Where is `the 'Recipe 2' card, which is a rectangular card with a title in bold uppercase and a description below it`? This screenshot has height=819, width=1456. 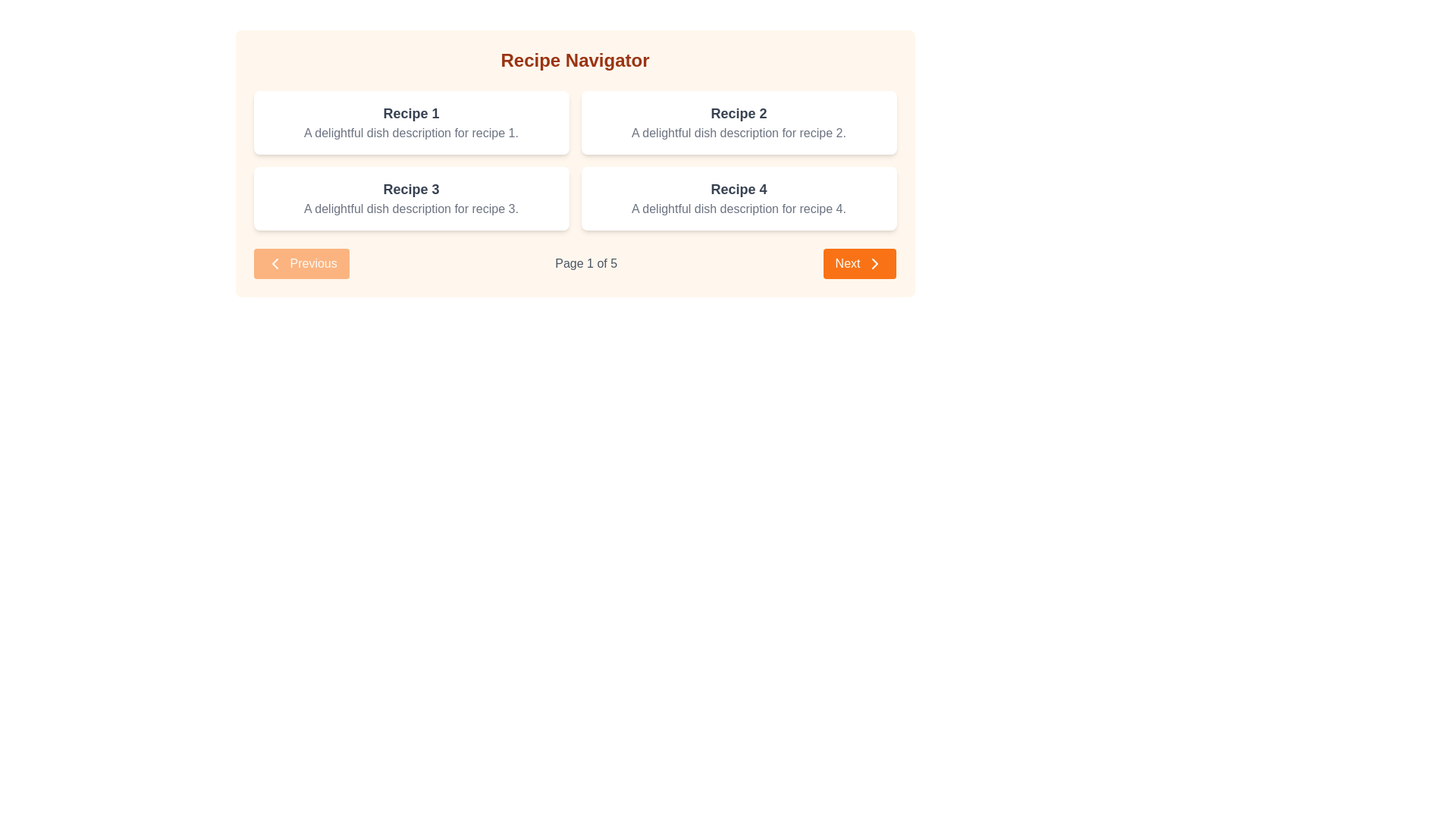 the 'Recipe 2' card, which is a rectangular card with a title in bold uppercase and a description below it is located at coordinates (739, 122).